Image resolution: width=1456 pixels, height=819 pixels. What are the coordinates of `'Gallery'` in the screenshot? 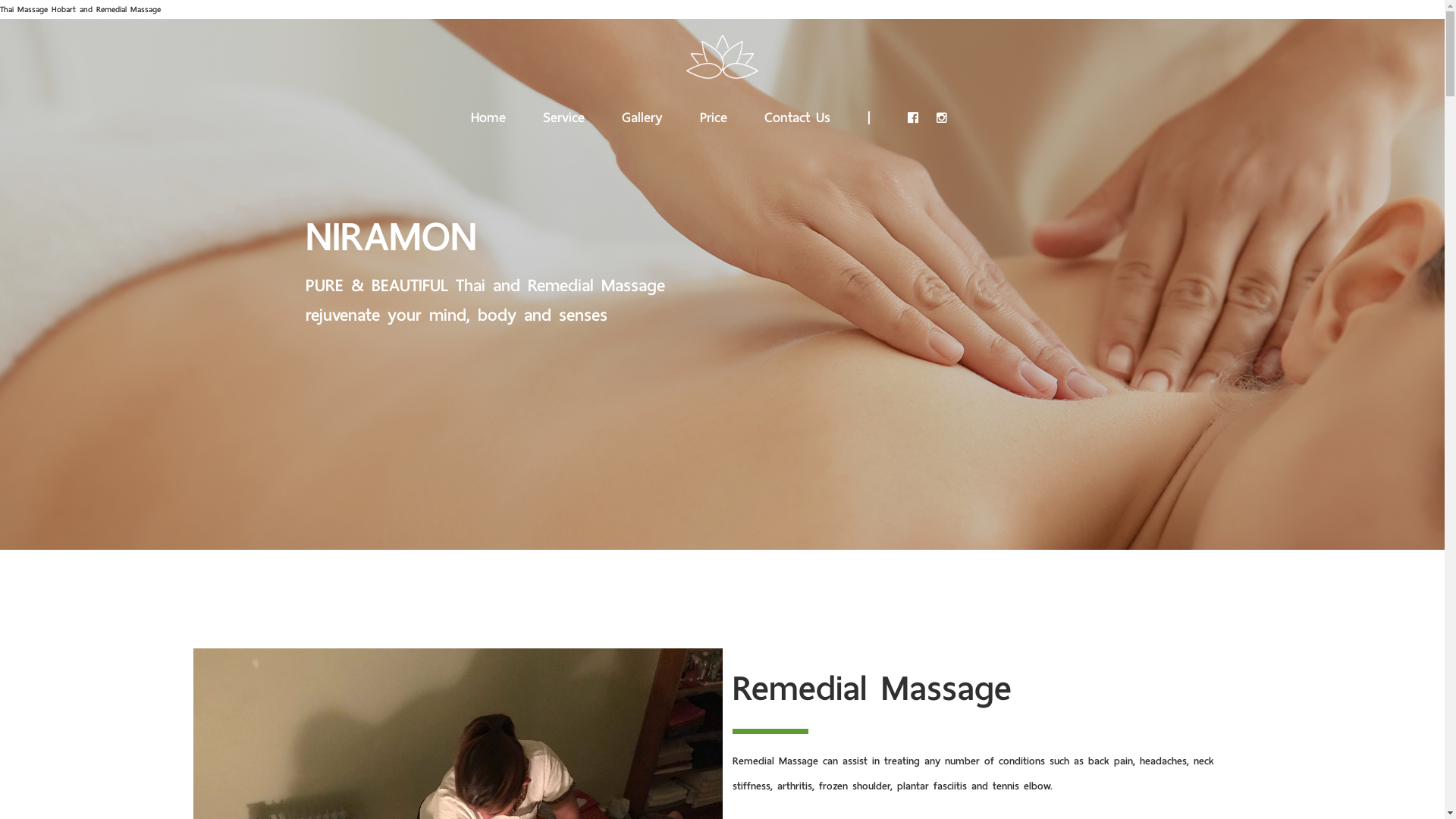 It's located at (642, 113).